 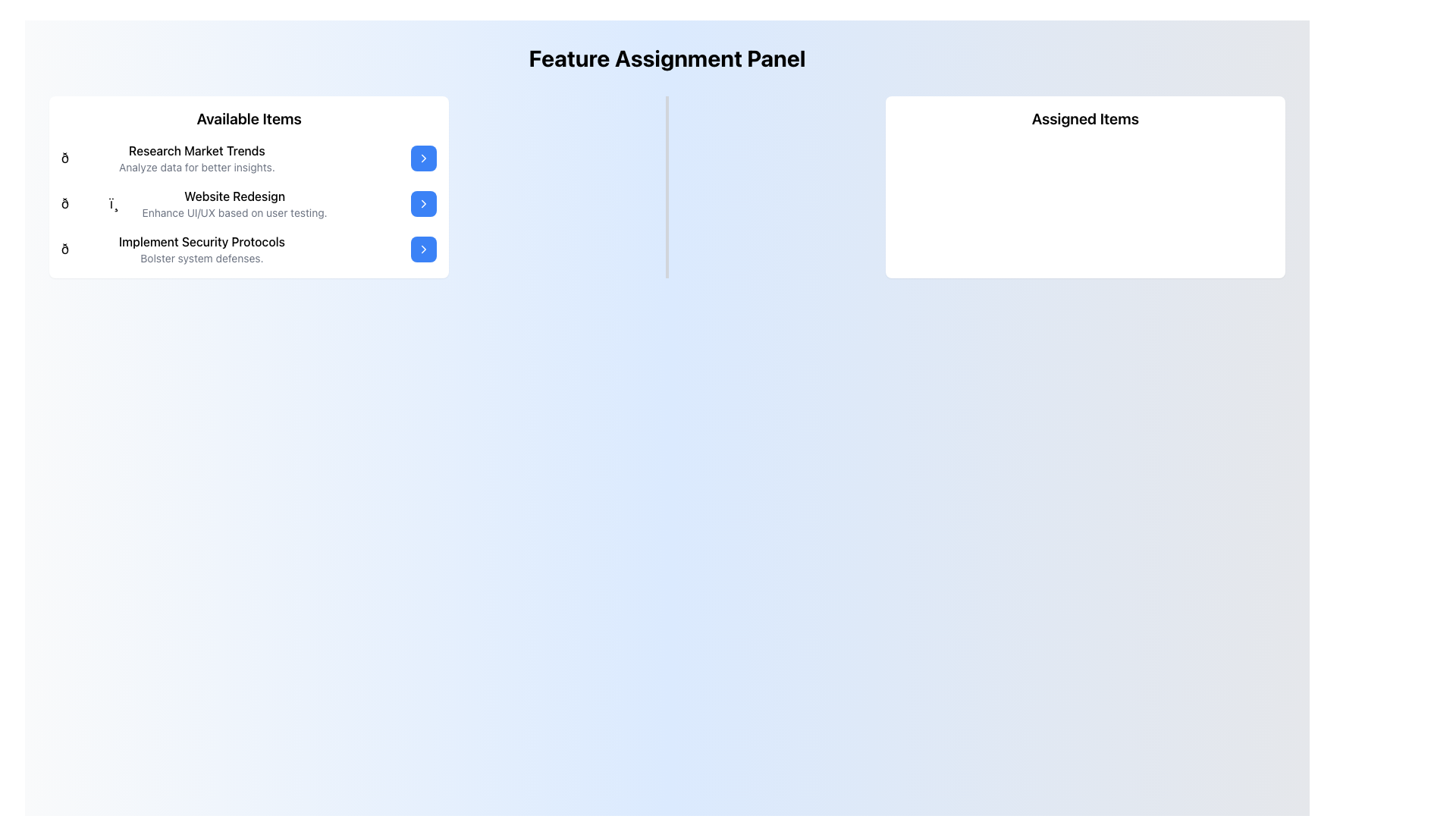 What do you see at coordinates (423, 158) in the screenshot?
I see `the blue rounded-rectangle button with white text and a chevron-right icon next to 'Research Market Trends' in the 'Available Items' section` at bounding box center [423, 158].